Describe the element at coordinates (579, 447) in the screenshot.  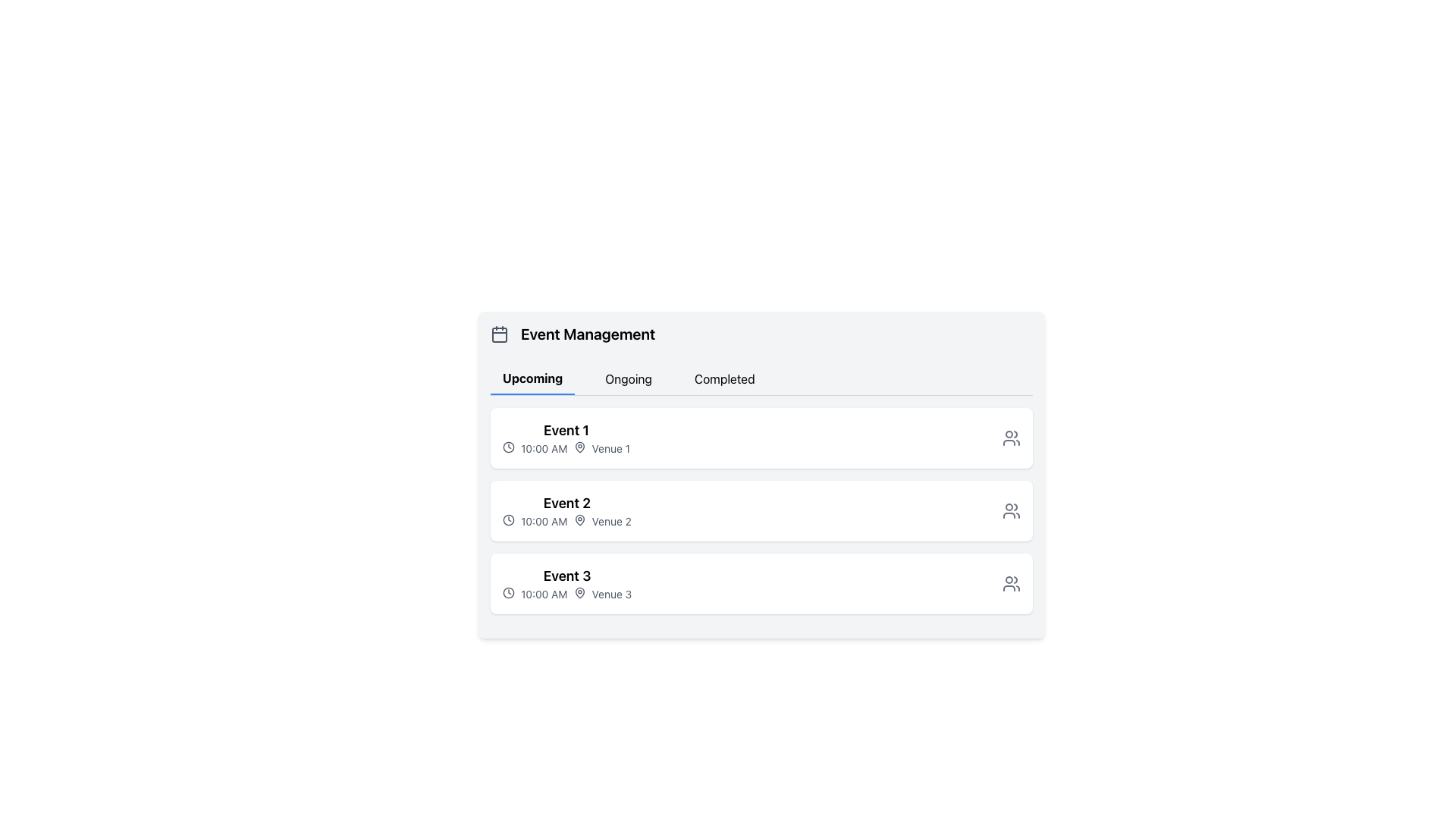
I see `the location pin icon located to the left of the label 'Venue 1' within the text group '10:00 AM Venue 1'` at that location.